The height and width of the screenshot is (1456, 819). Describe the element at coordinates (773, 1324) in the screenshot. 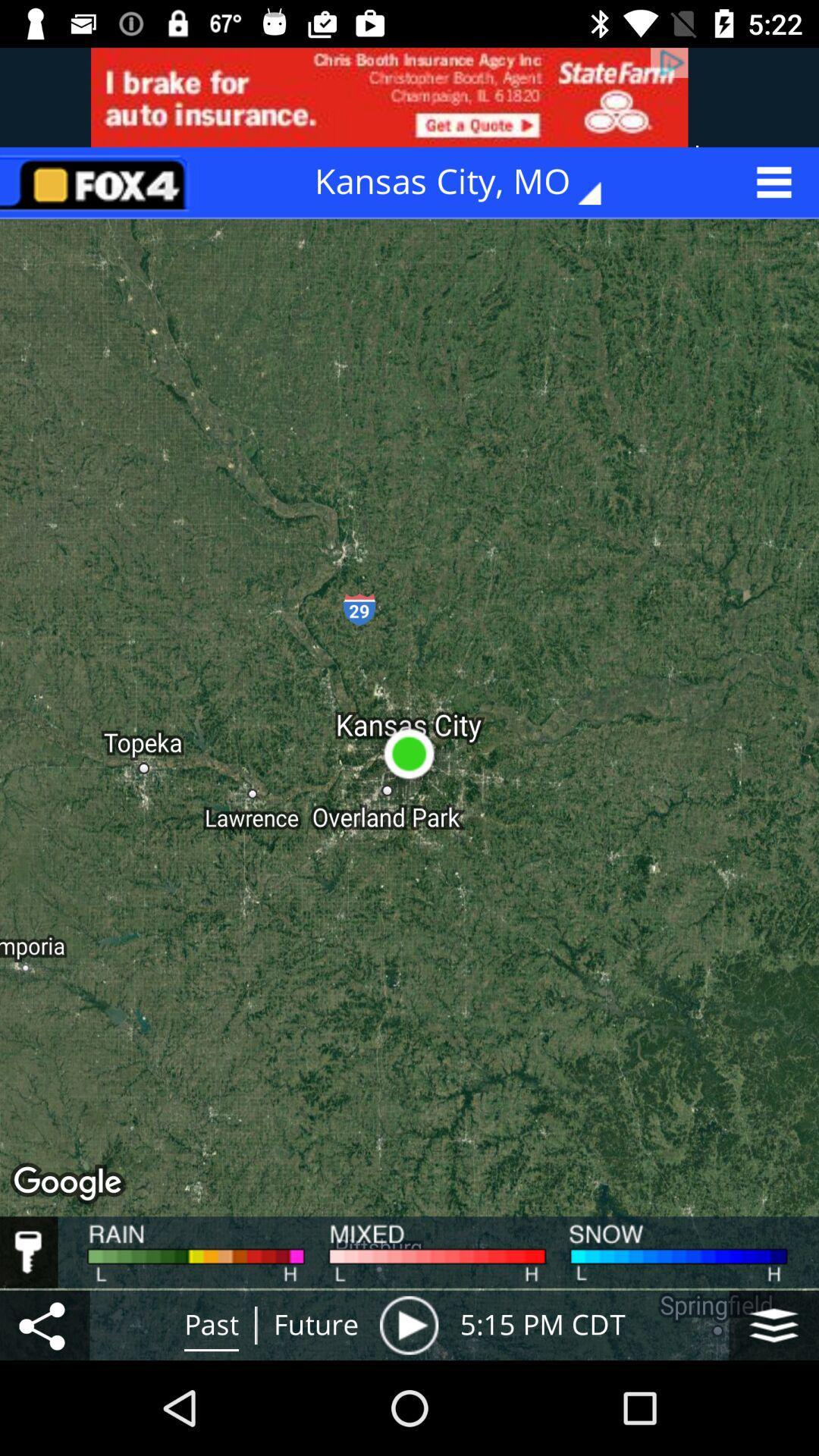

I see `the layers icon` at that location.